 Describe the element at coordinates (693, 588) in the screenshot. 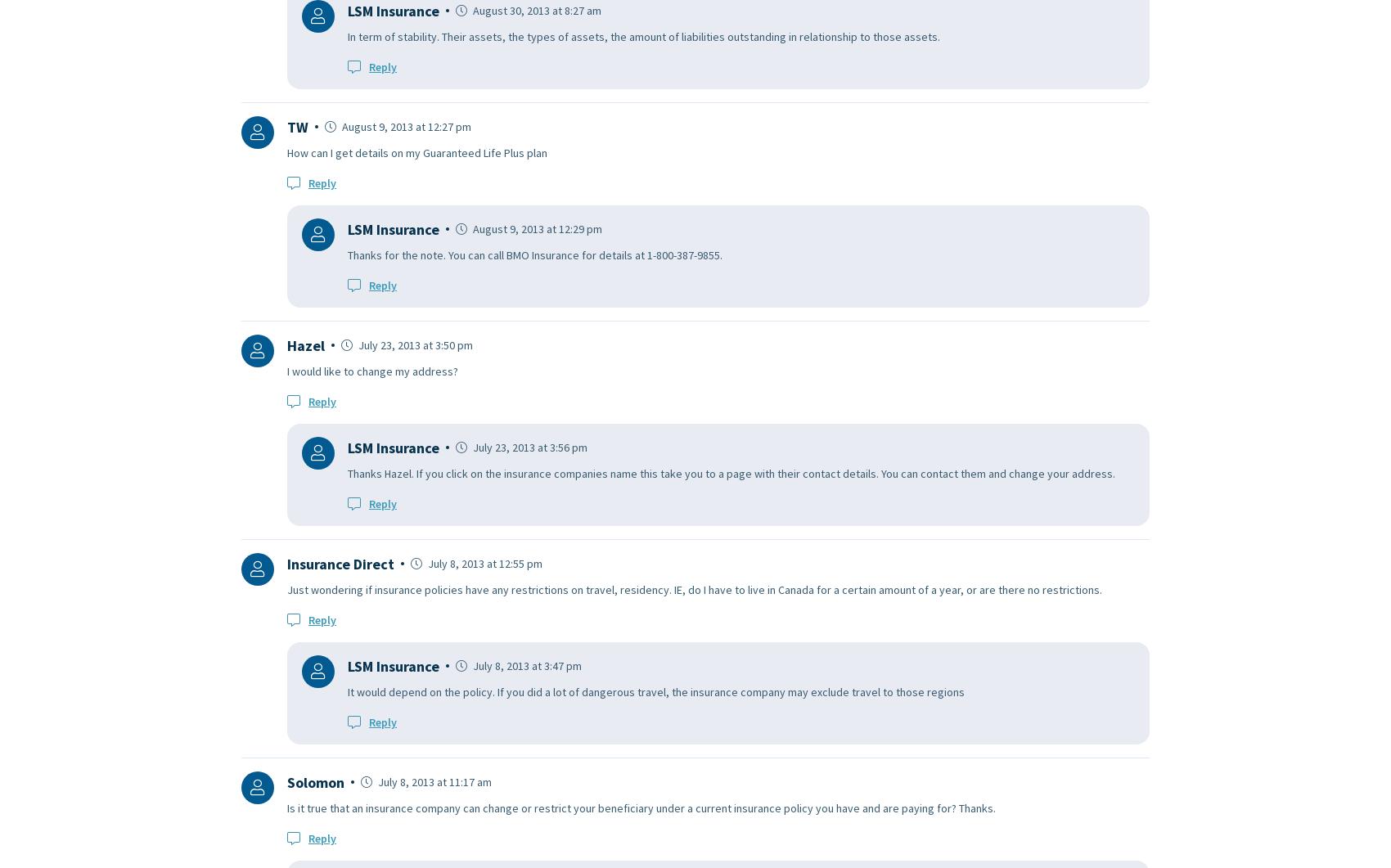

I see `'Just wondering if insurance policies have any restrictions on travel, residency. IE, do I have to live in Canada for a certain amount of a year, or are there no restrictions.'` at that location.